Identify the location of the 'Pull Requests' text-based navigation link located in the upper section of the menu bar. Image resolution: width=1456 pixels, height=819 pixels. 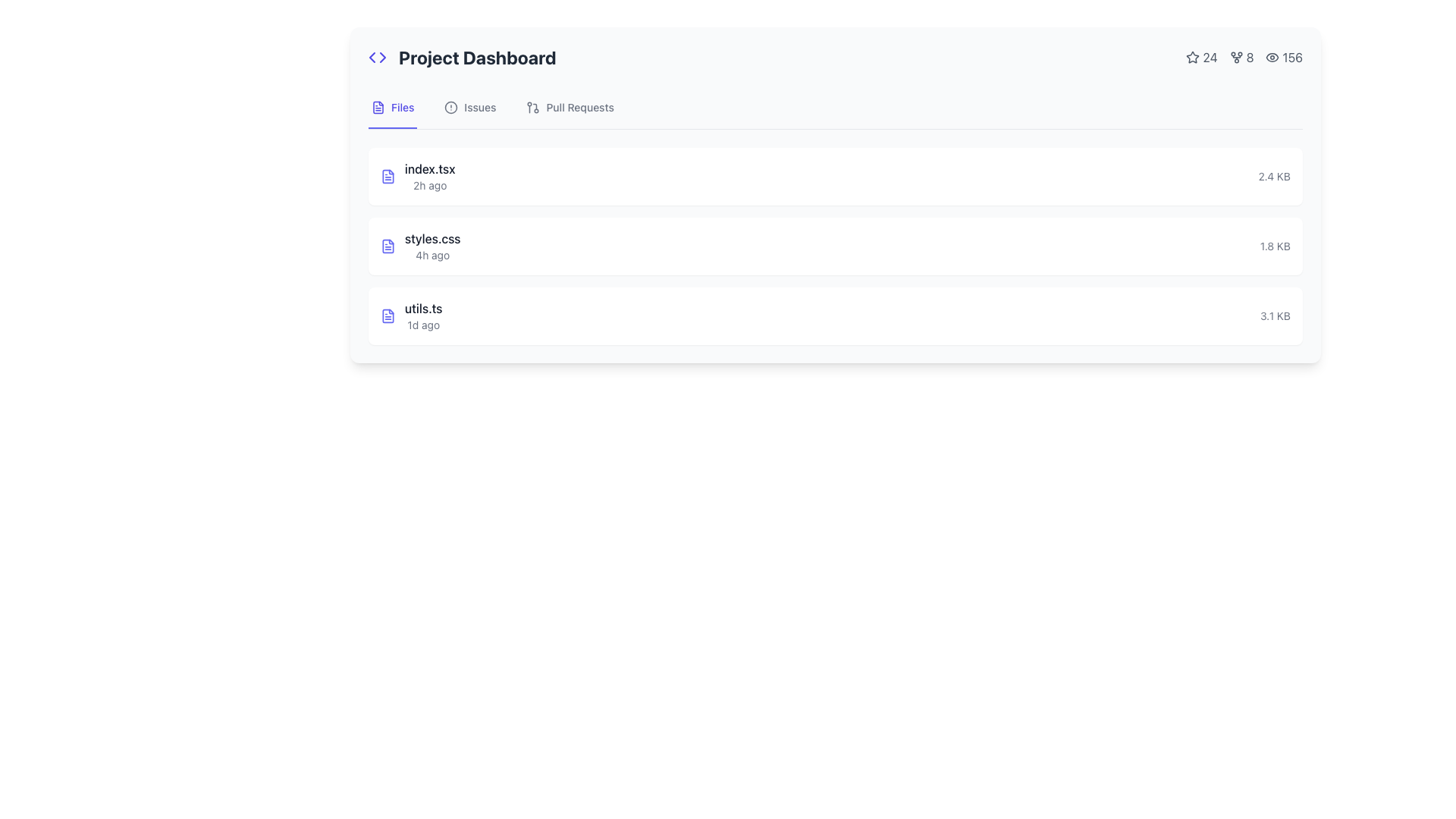
(579, 107).